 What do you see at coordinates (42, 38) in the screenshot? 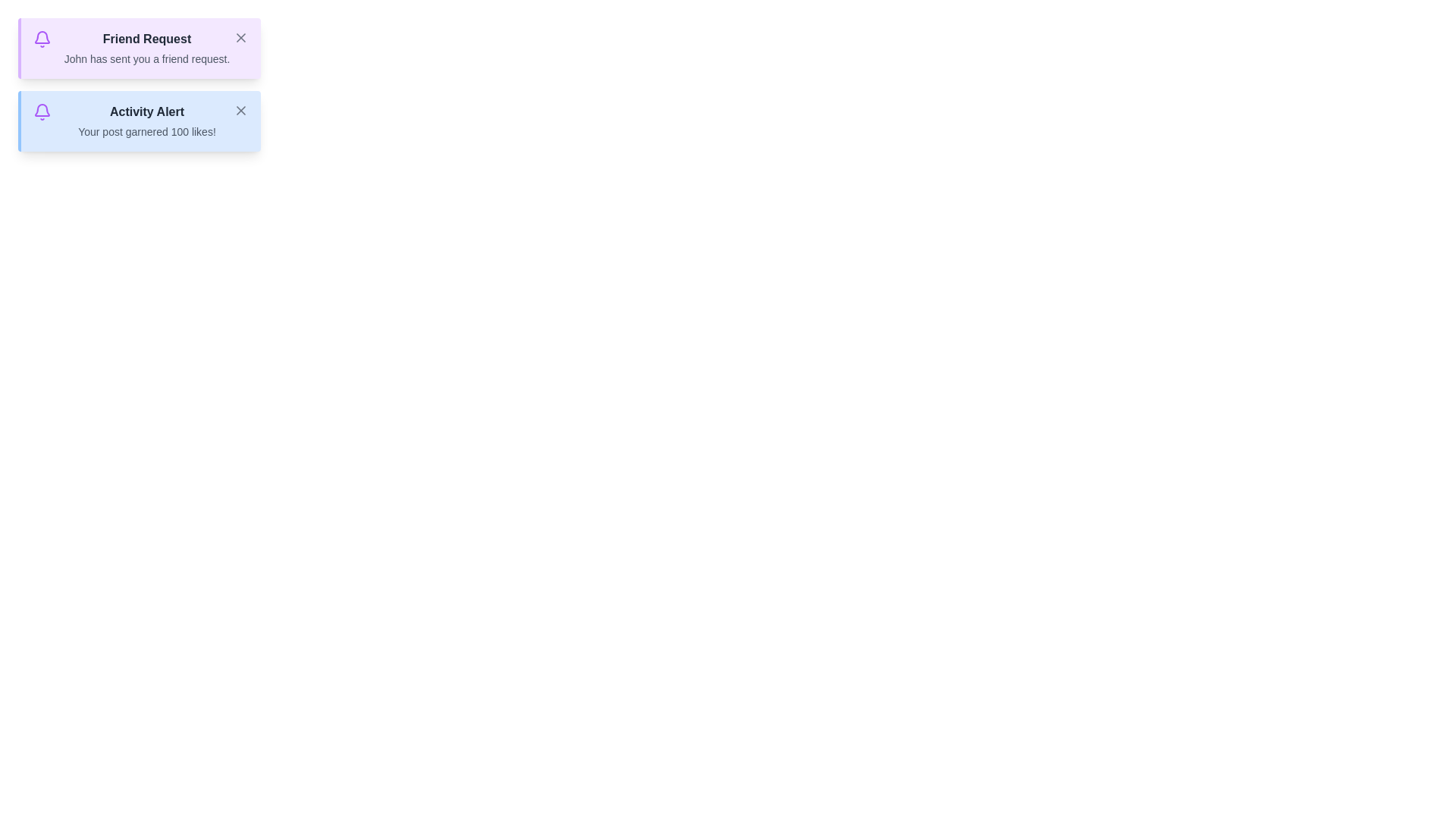
I see `the notification bell icon for Friend Request` at bounding box center [42, 38].